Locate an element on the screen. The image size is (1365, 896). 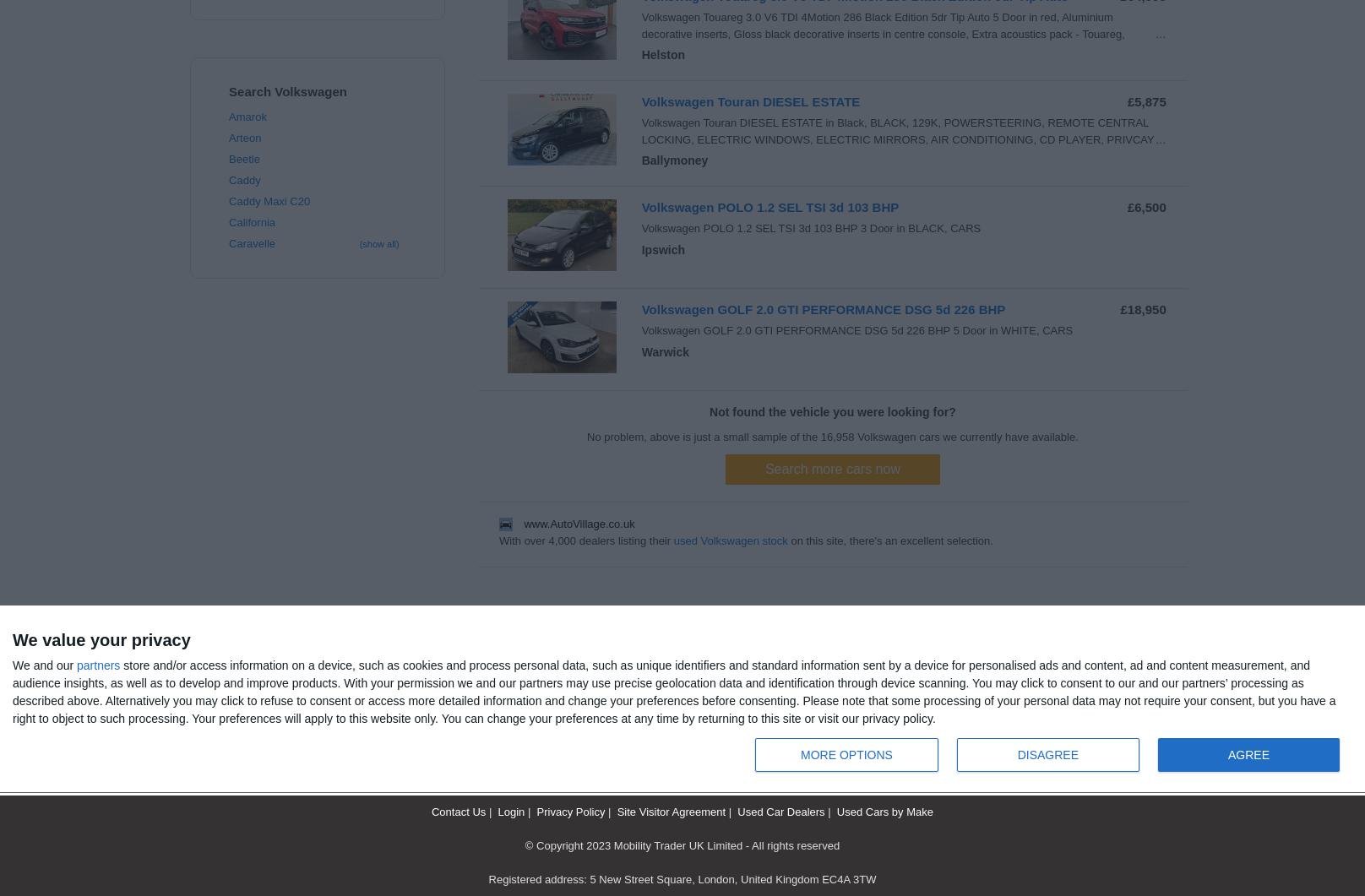
'Used Volkswagen Car in UK Search' is located at coordinates (292, 676).